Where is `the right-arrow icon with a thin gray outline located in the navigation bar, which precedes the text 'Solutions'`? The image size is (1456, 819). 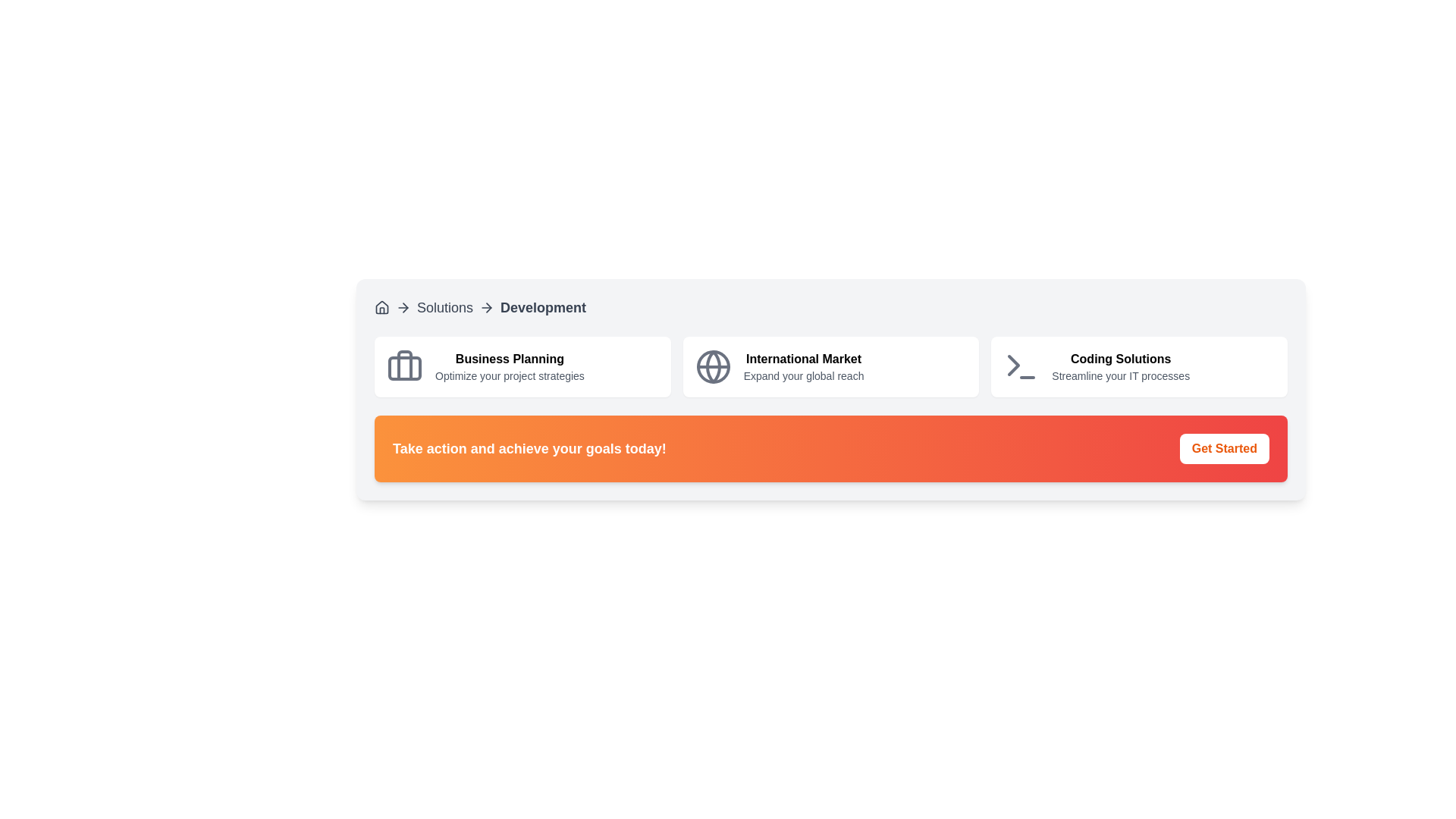
the right-arrow icon with a thin gray outline located in the navigation bar, which precedes the text 'Solutions' is located at coordinates (403, 307).